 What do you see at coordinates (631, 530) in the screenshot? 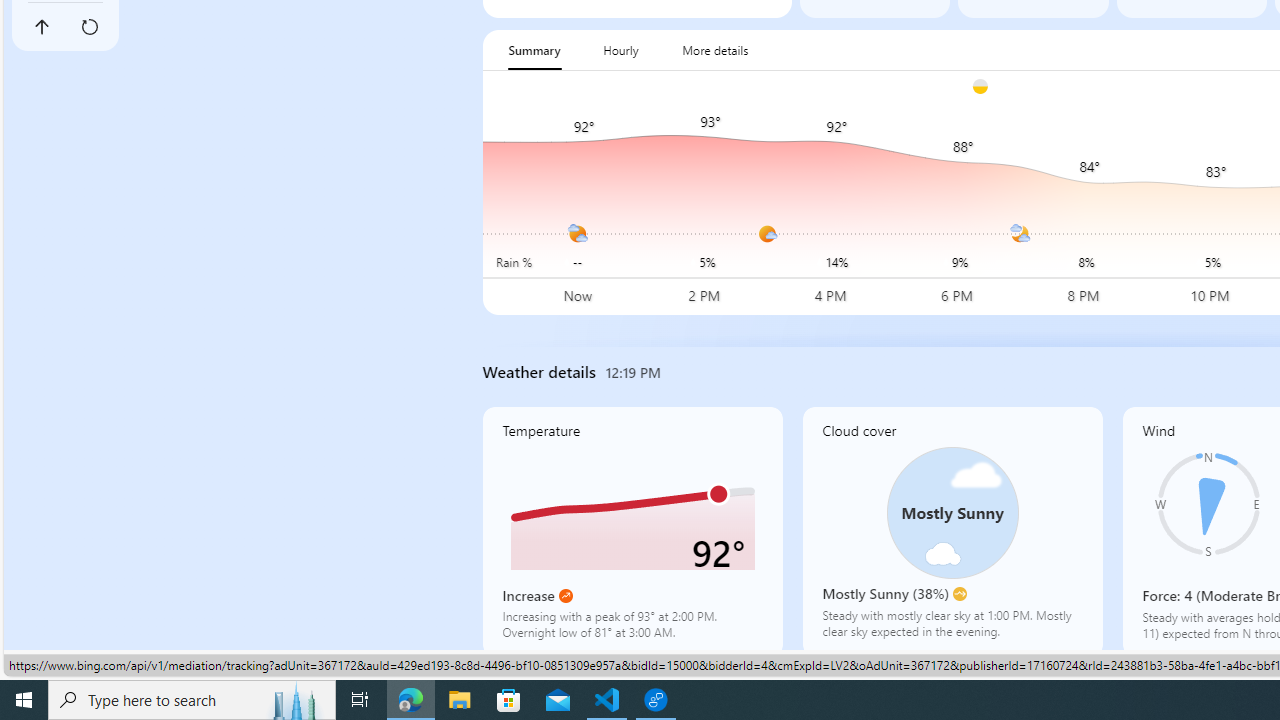
I see `'Temperature'` at bounding box center [631, 530].